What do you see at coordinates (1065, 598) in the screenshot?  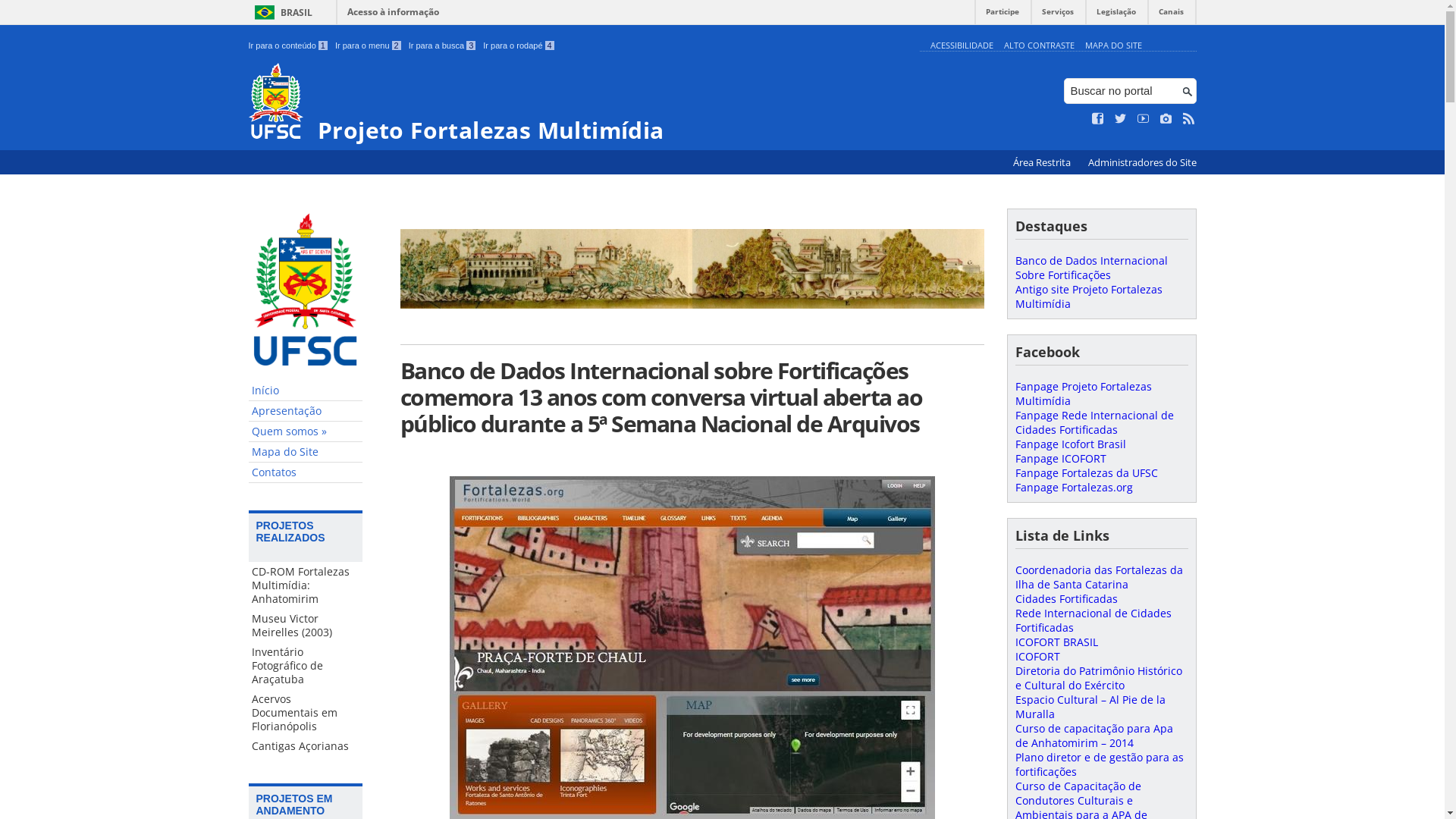 I see `'Cidades Fortificadas'` at bounding box center [1065, 598].